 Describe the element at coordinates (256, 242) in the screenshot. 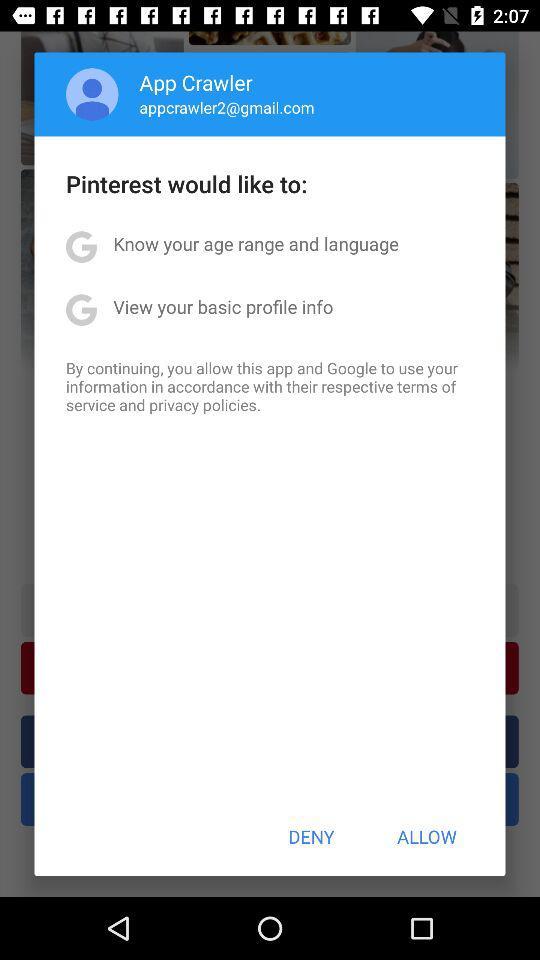

I see `the app below the pinterest would like app` at that location.